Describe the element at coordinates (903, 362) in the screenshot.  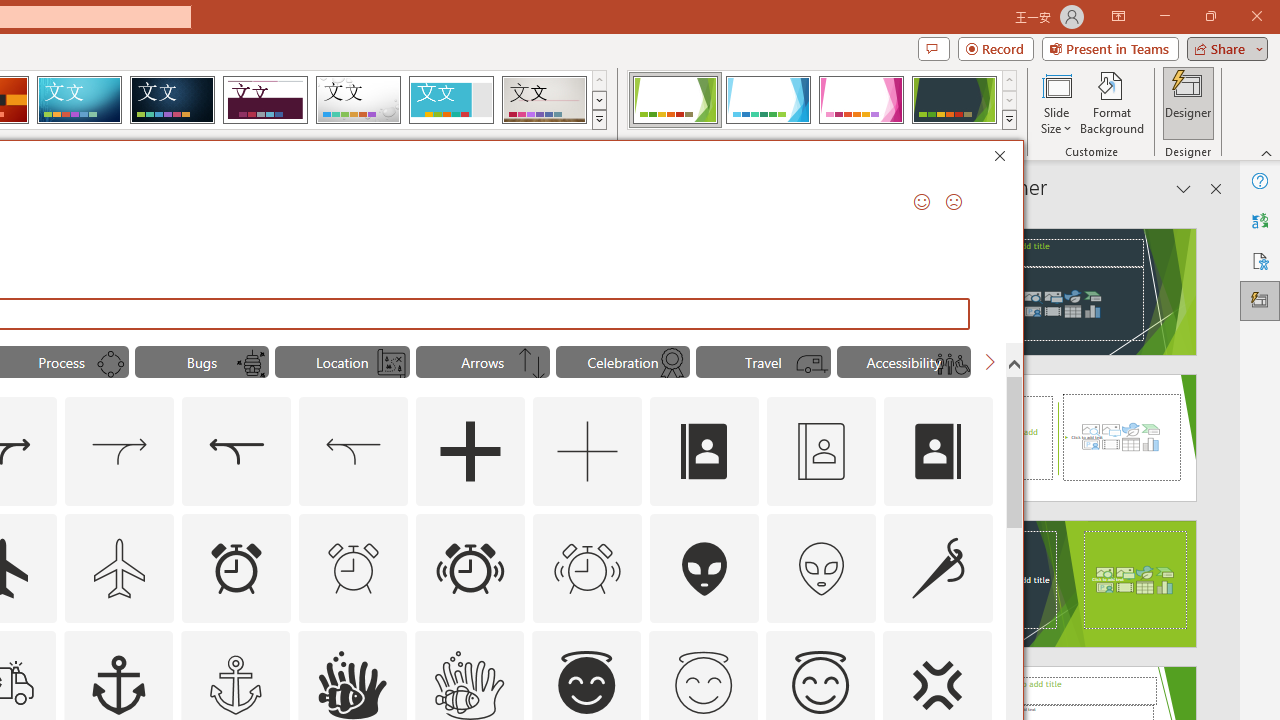
I see `'"Accessibility" Icons.'` at that location.